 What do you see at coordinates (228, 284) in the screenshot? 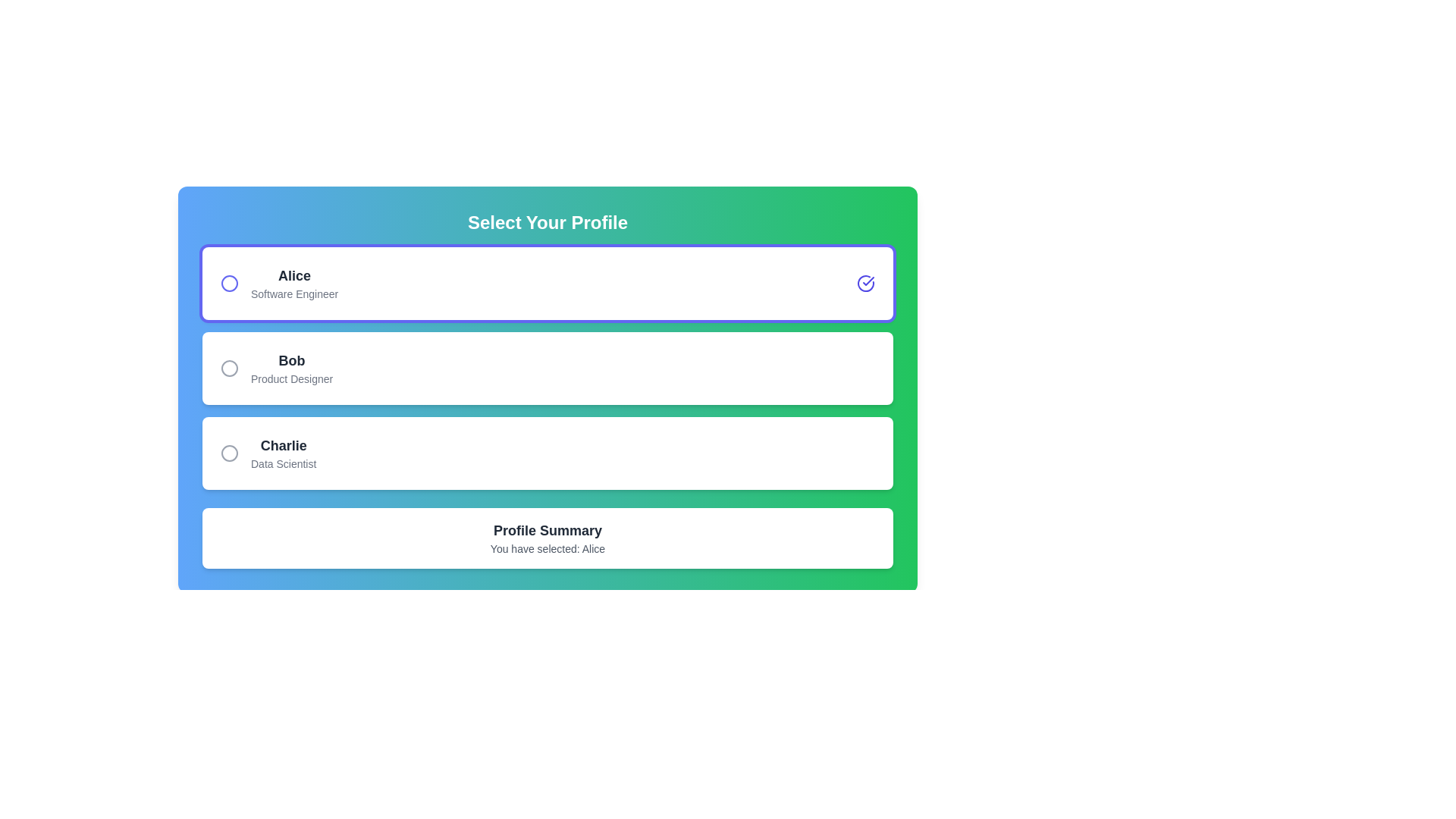
I see `the circular SVG graphic element styled with stroke color matching the text-indigo-500 class, located near the 'Alice' profile option` at bounding box center [228, 284].